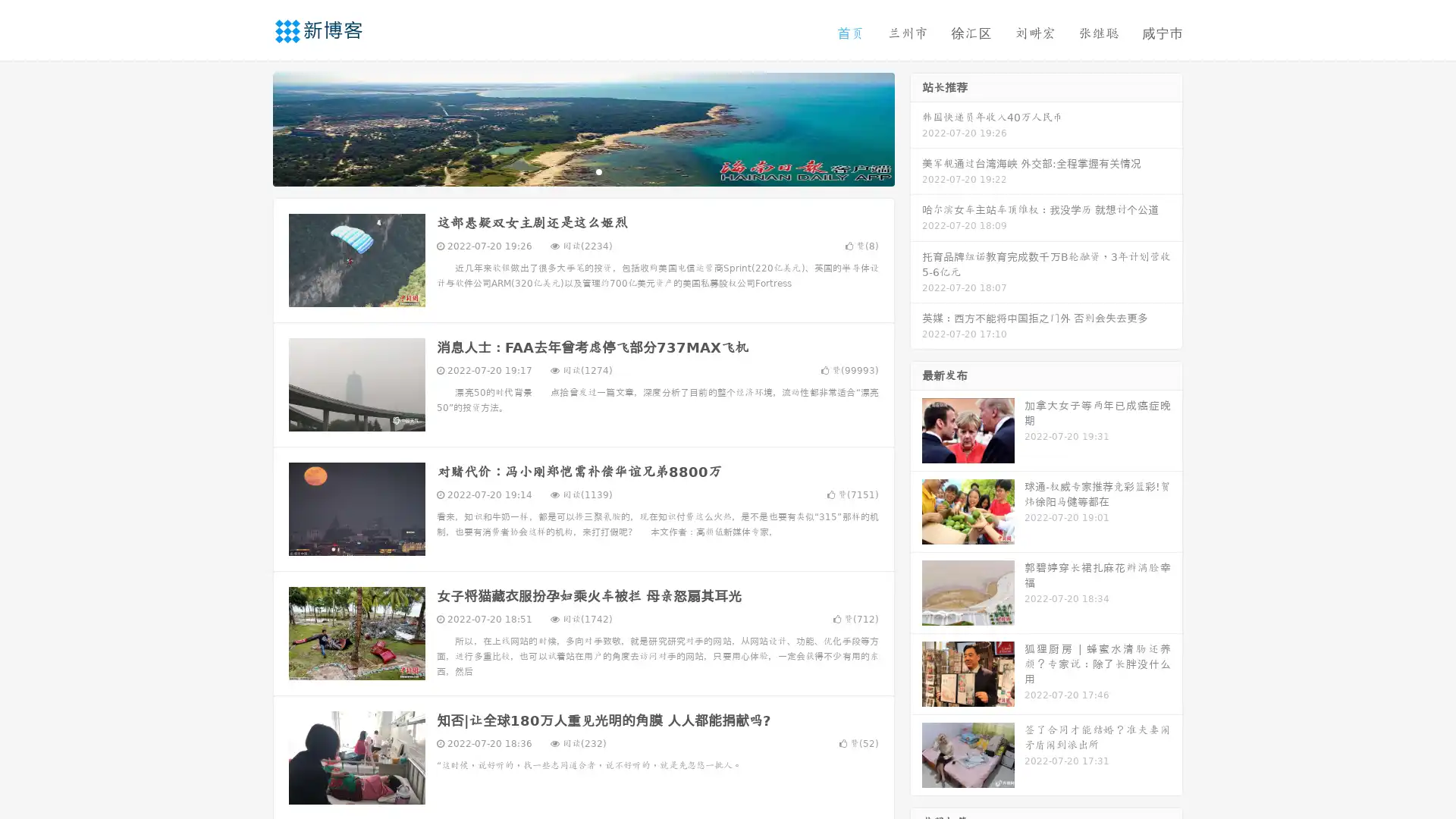 The image size is (1456, 819). What do you see at coordinates (598, 171) in the screenshot?
I see `Go to slide 3` at bounding box center [598, 171].